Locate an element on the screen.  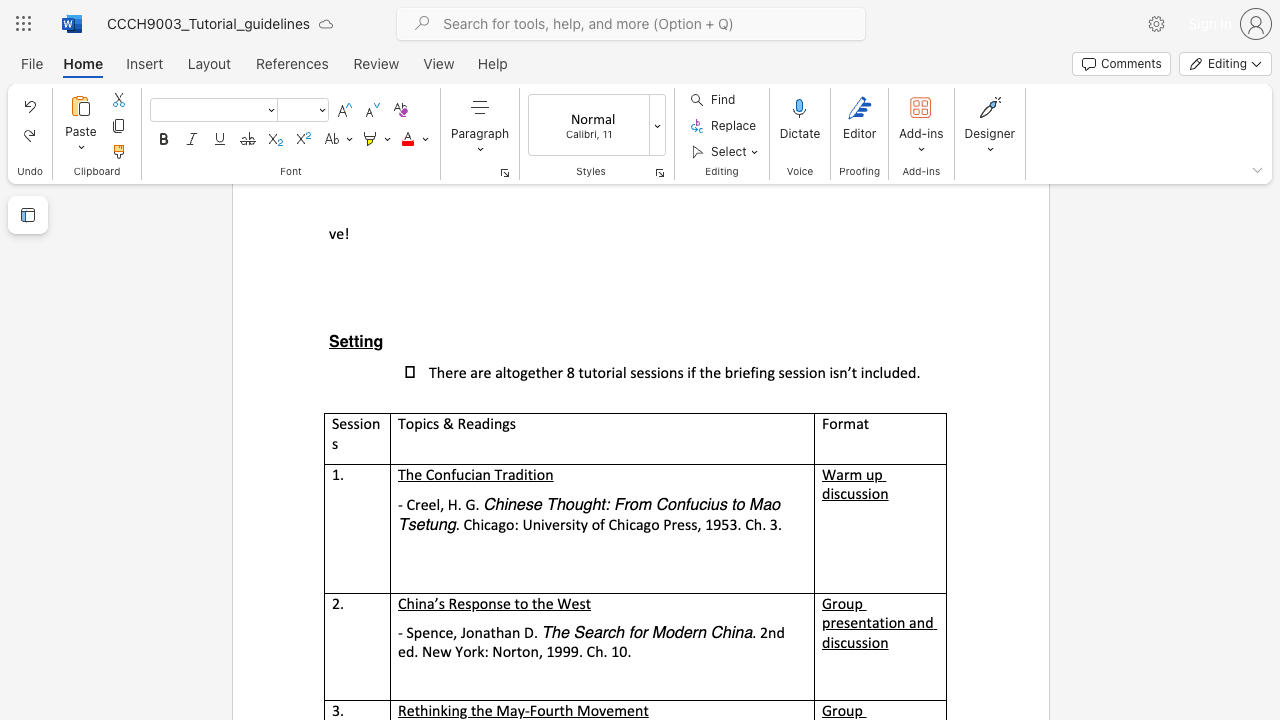
the subset text "Co" within the text "The Confucian Tradition" is located at coordinates (424, 474).